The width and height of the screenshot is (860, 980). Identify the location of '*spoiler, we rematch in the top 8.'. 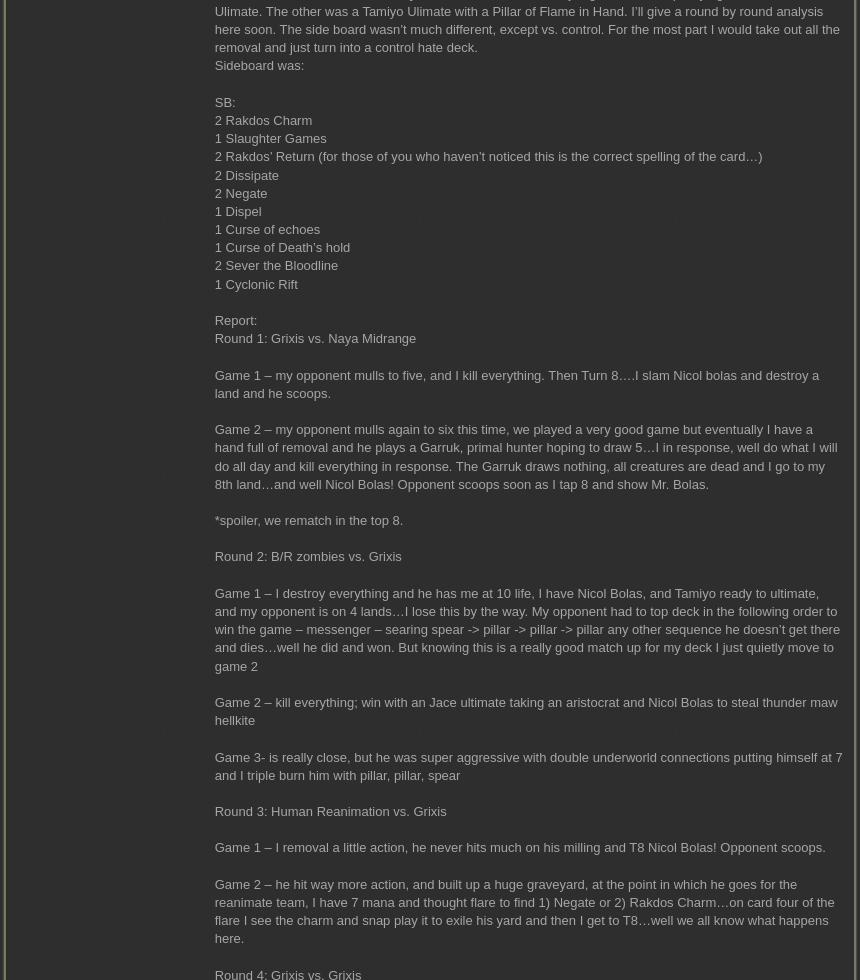
(212, 520).